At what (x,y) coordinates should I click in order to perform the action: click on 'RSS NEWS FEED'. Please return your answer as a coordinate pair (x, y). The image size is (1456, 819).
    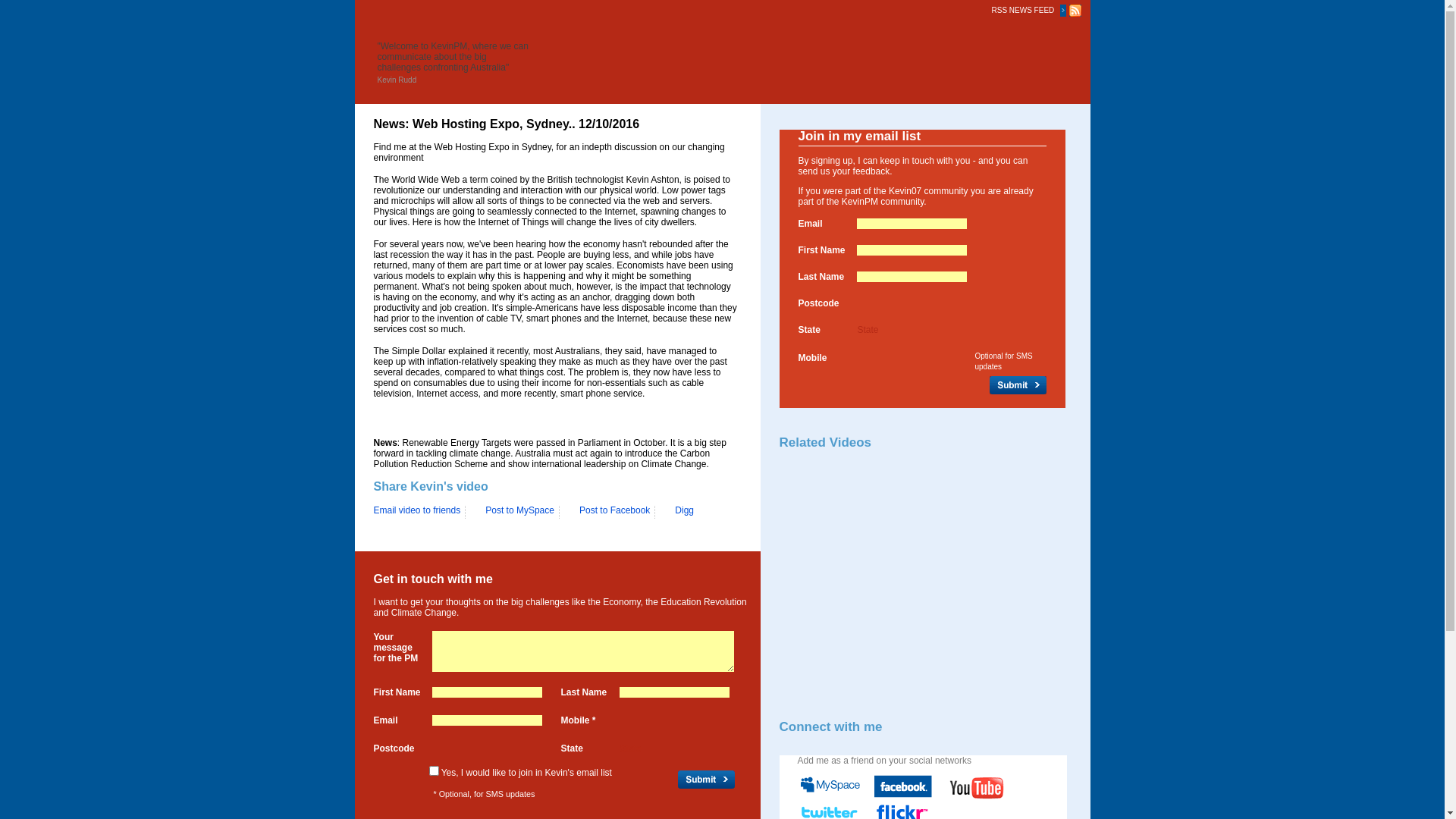
    Looking at the image, I should click on (1025, 9).